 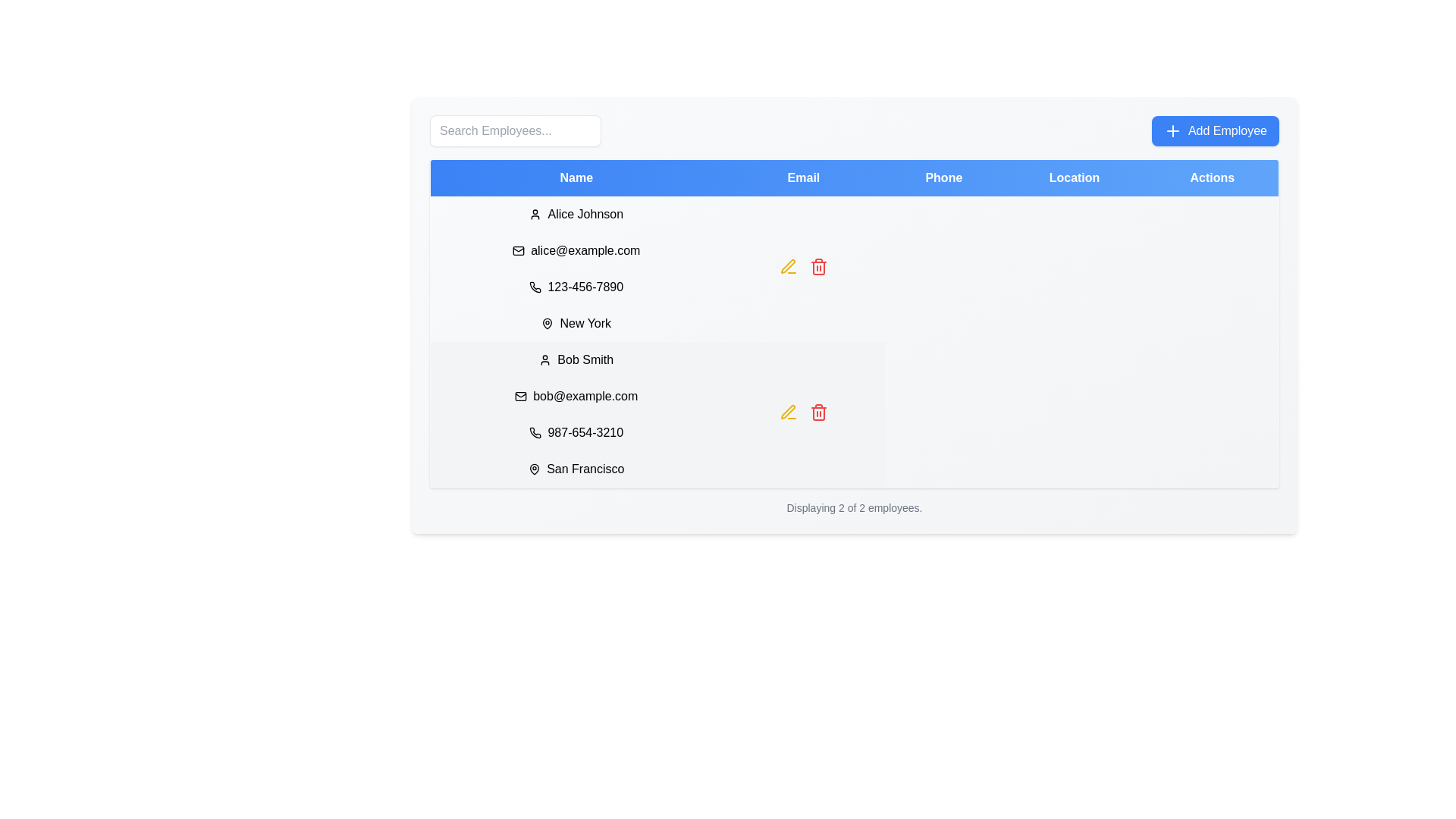 What do you see at coordinates (535, 432) in the screenshot?
I see `the phone icon representing the phone number for the user 'Bob Smith' in the second row of the employees list` at bounding box center [535, 432].